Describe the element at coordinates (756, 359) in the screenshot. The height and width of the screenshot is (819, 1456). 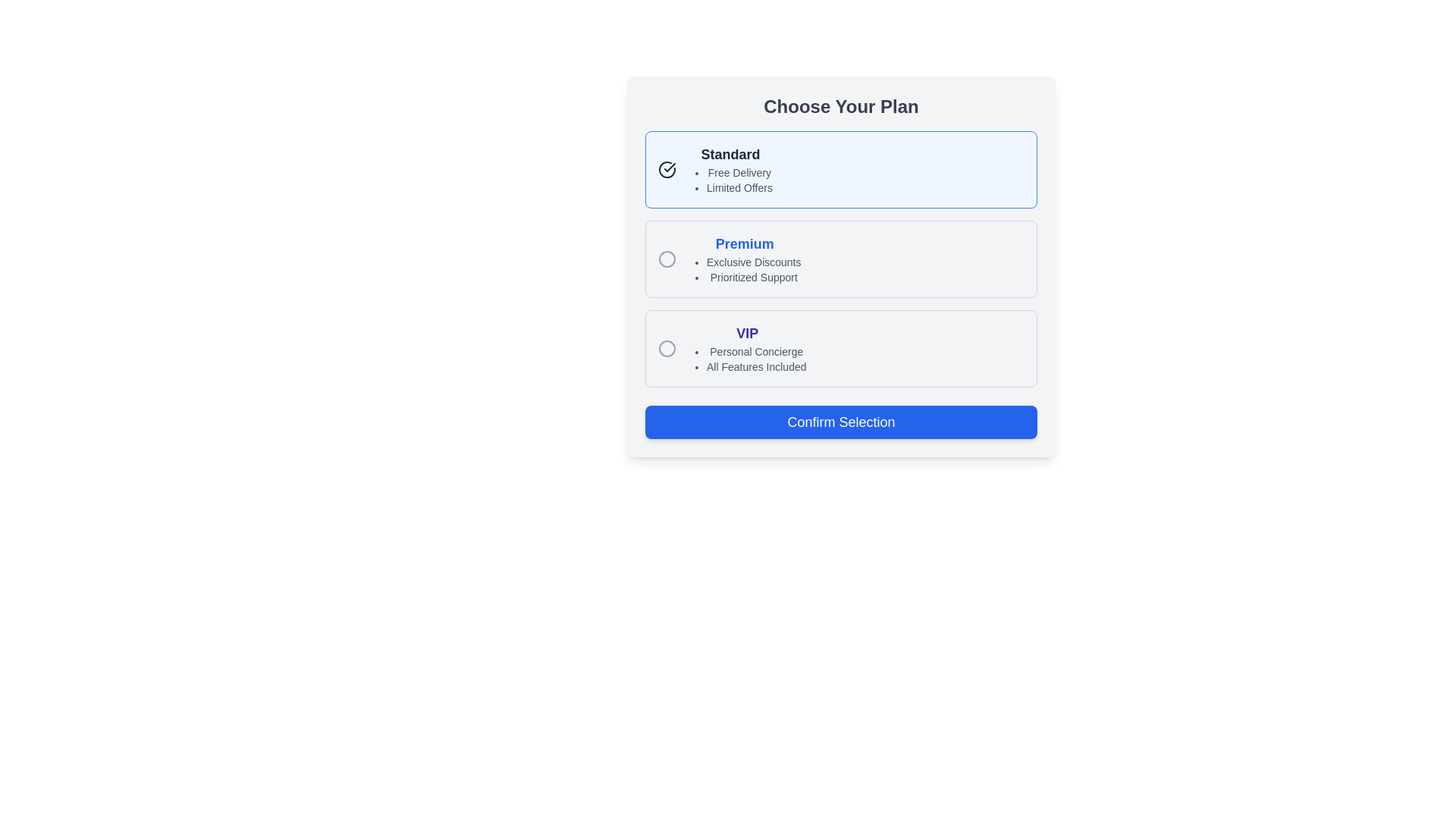
I see `the second list item describing features of the 'VIP' plan located beneath the 'VIP' header` at that location.